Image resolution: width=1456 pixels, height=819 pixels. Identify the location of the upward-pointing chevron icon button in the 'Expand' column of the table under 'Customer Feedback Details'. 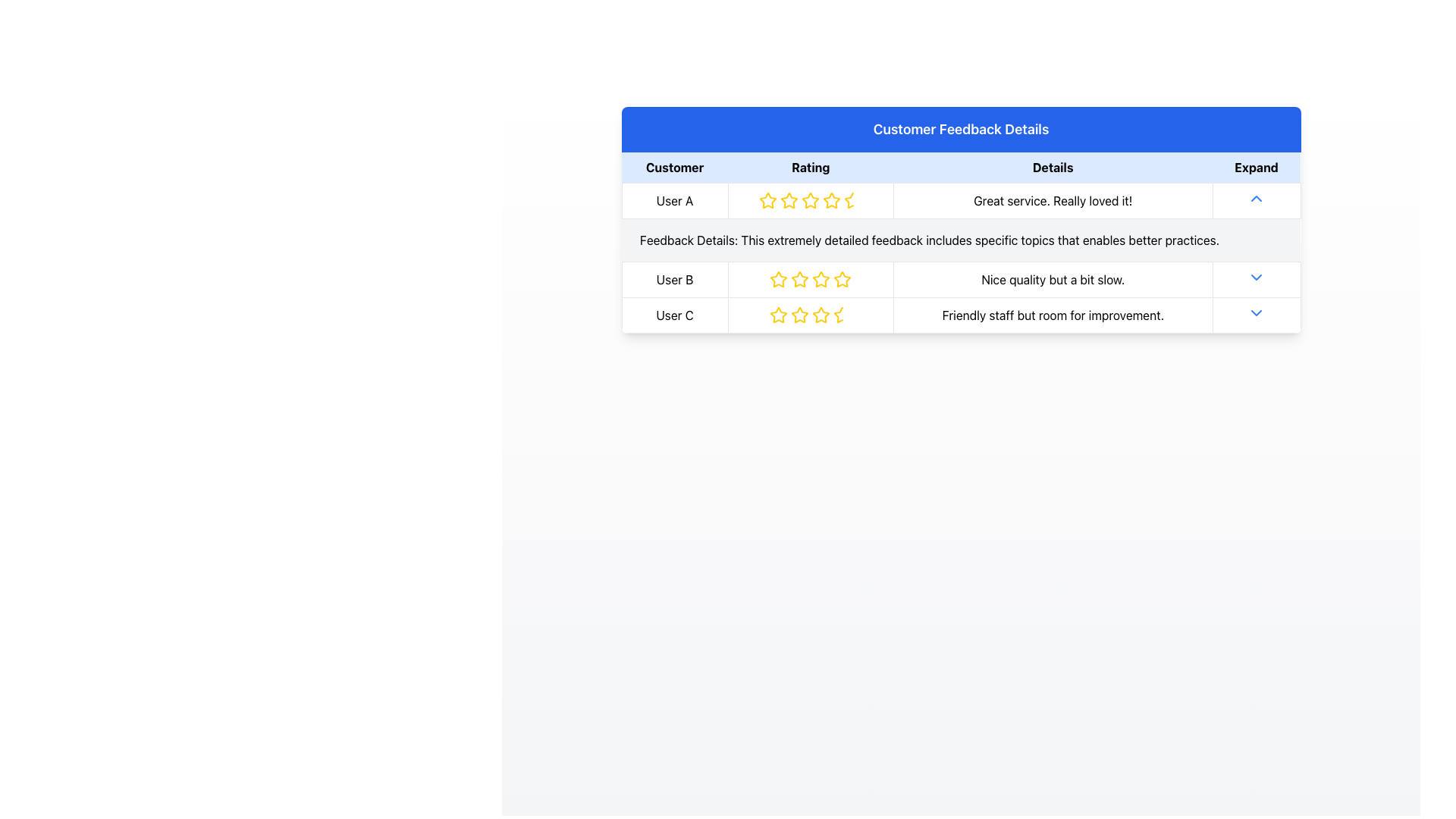
(1257, 198).